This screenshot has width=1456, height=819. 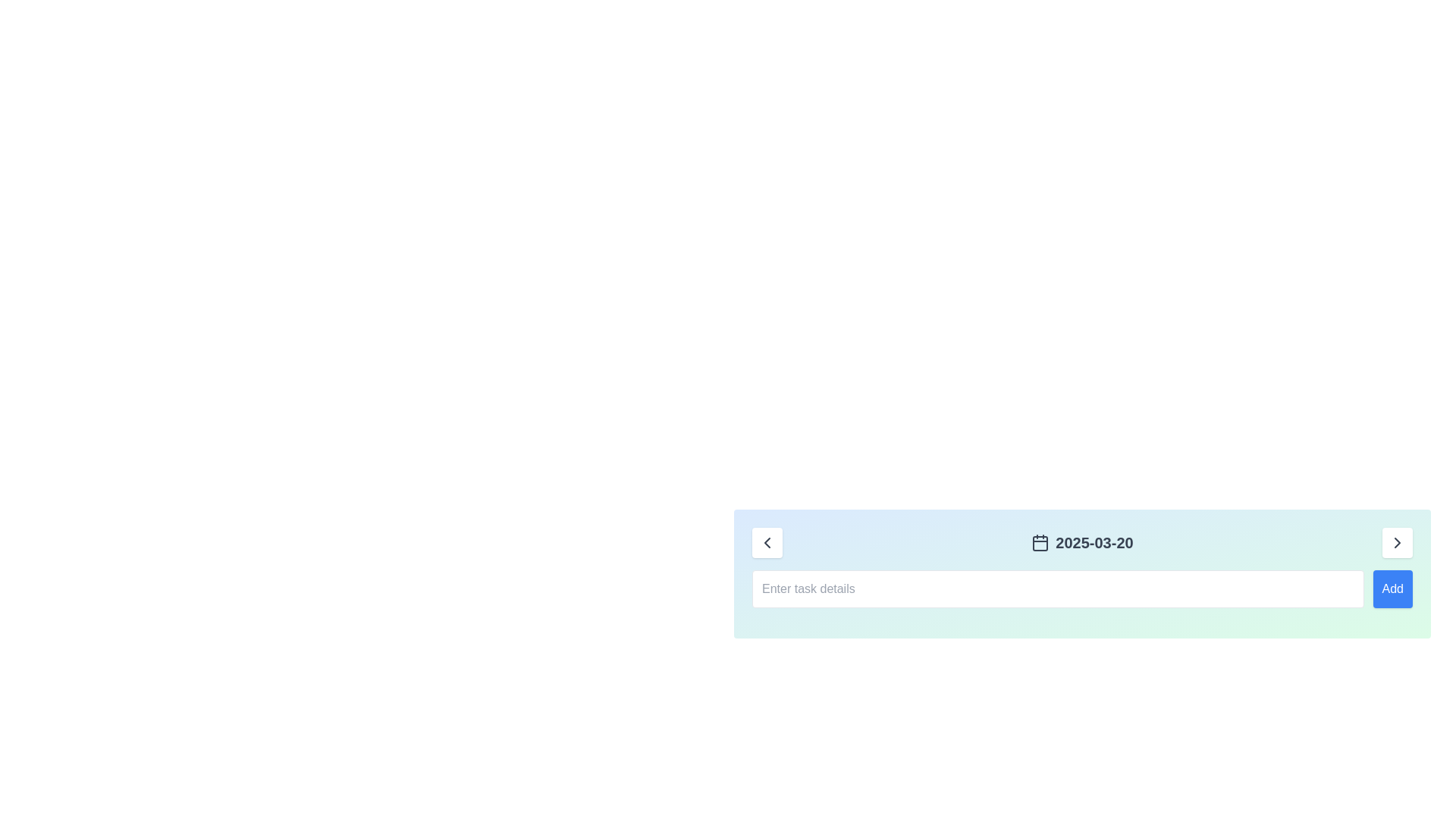 What do you see at coordinates (1397, 542) in the screenshot?
I see `the SVG icon located at the rightmost end of the bar, next to the 'Add' button` at bounding box center [1397, 542].